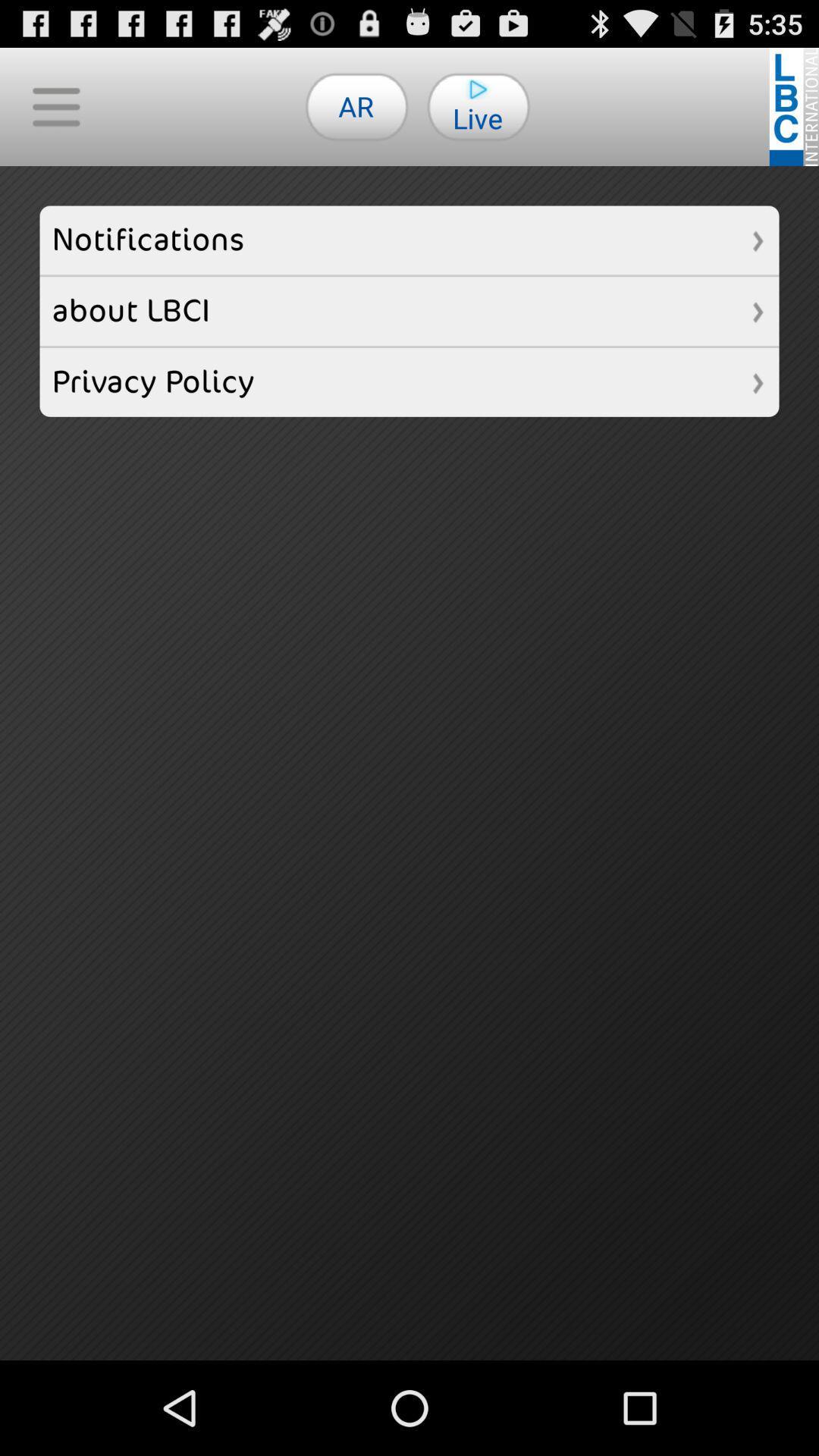  I want to click on privacy policy icon, so click(409, 382).